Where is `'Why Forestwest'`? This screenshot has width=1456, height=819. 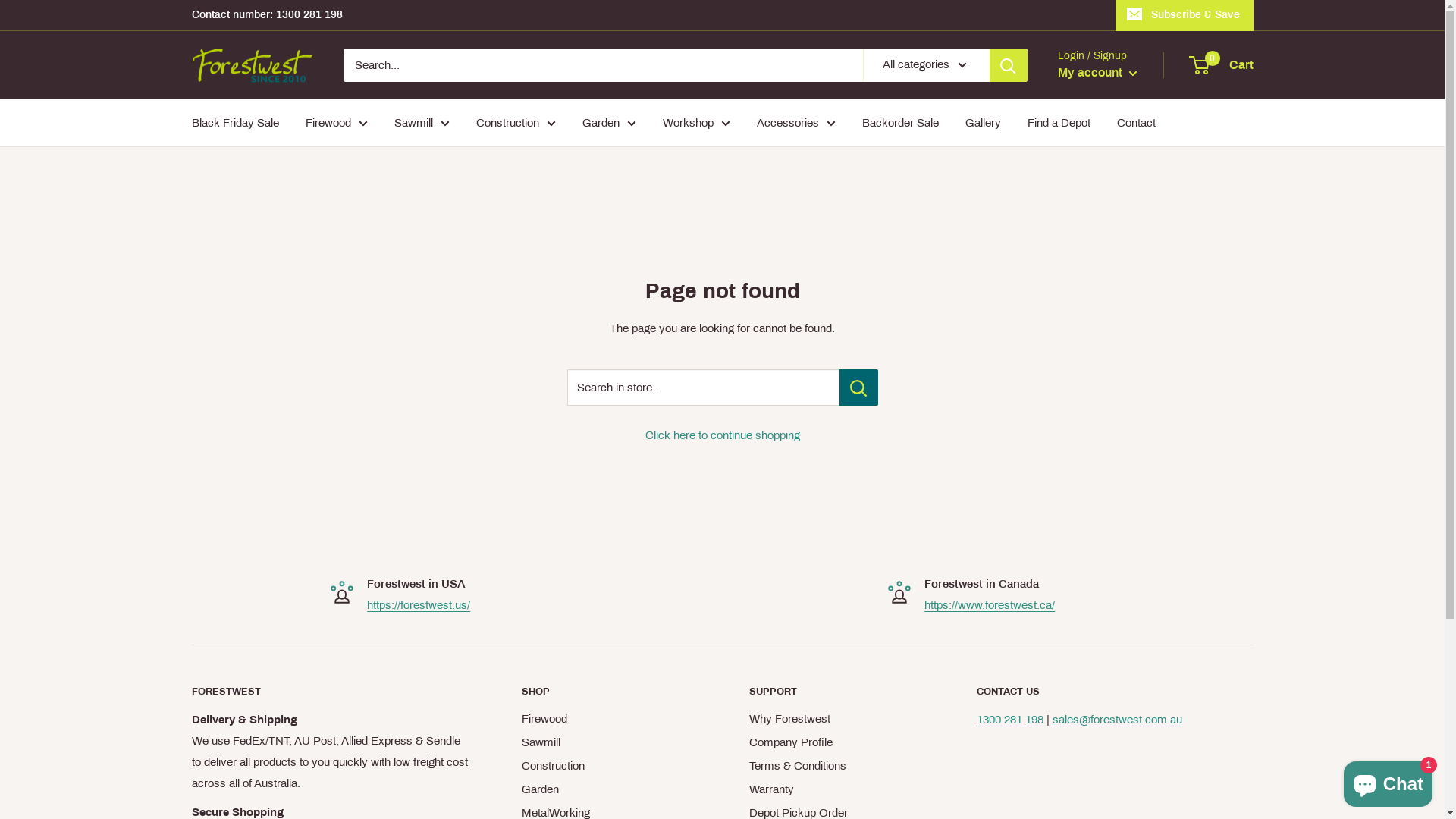 'Why Forestwest' is located at coordinates (749, 718).